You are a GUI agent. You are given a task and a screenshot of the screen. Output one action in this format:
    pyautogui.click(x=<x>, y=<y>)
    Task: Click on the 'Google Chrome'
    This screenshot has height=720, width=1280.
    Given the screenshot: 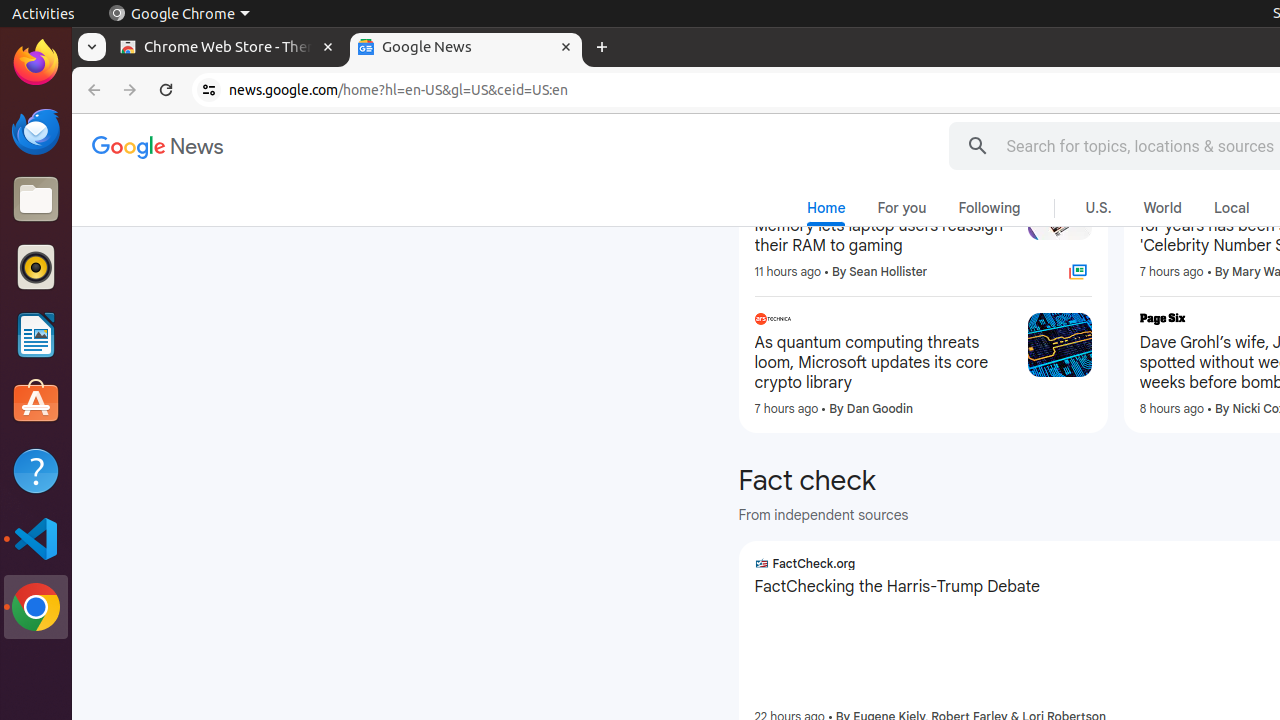 What is the action you would take?
    pyautogui.click(x=178, y=13)
    